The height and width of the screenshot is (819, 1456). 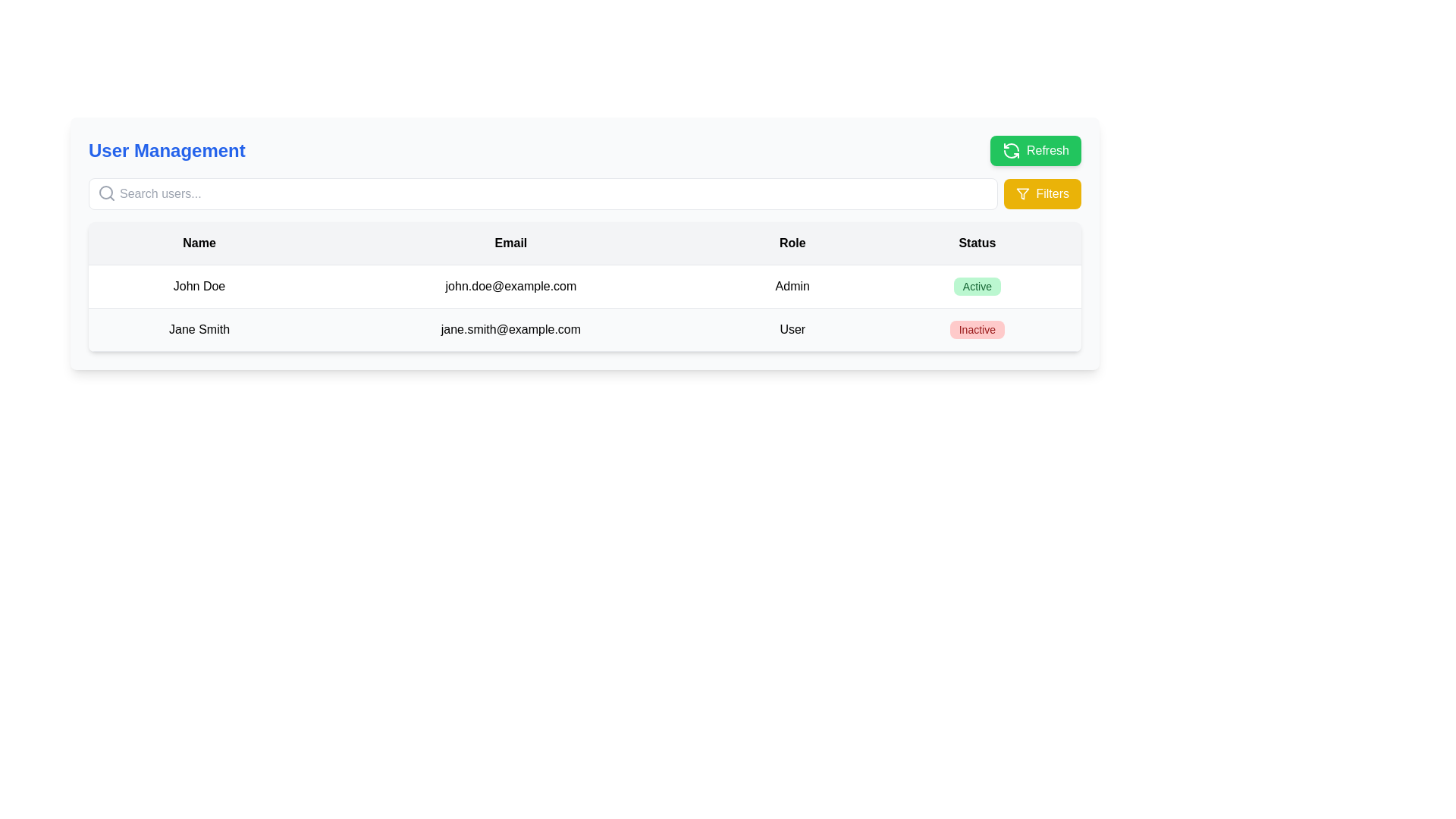 What do you see at coordinates (105, 192) in the screenshot?
I see `the search icon located inside the text input field, which signifies the search functionality and is positioned to the far left of the placeholder text 'Search users...'` at bounding box center [105, 192].